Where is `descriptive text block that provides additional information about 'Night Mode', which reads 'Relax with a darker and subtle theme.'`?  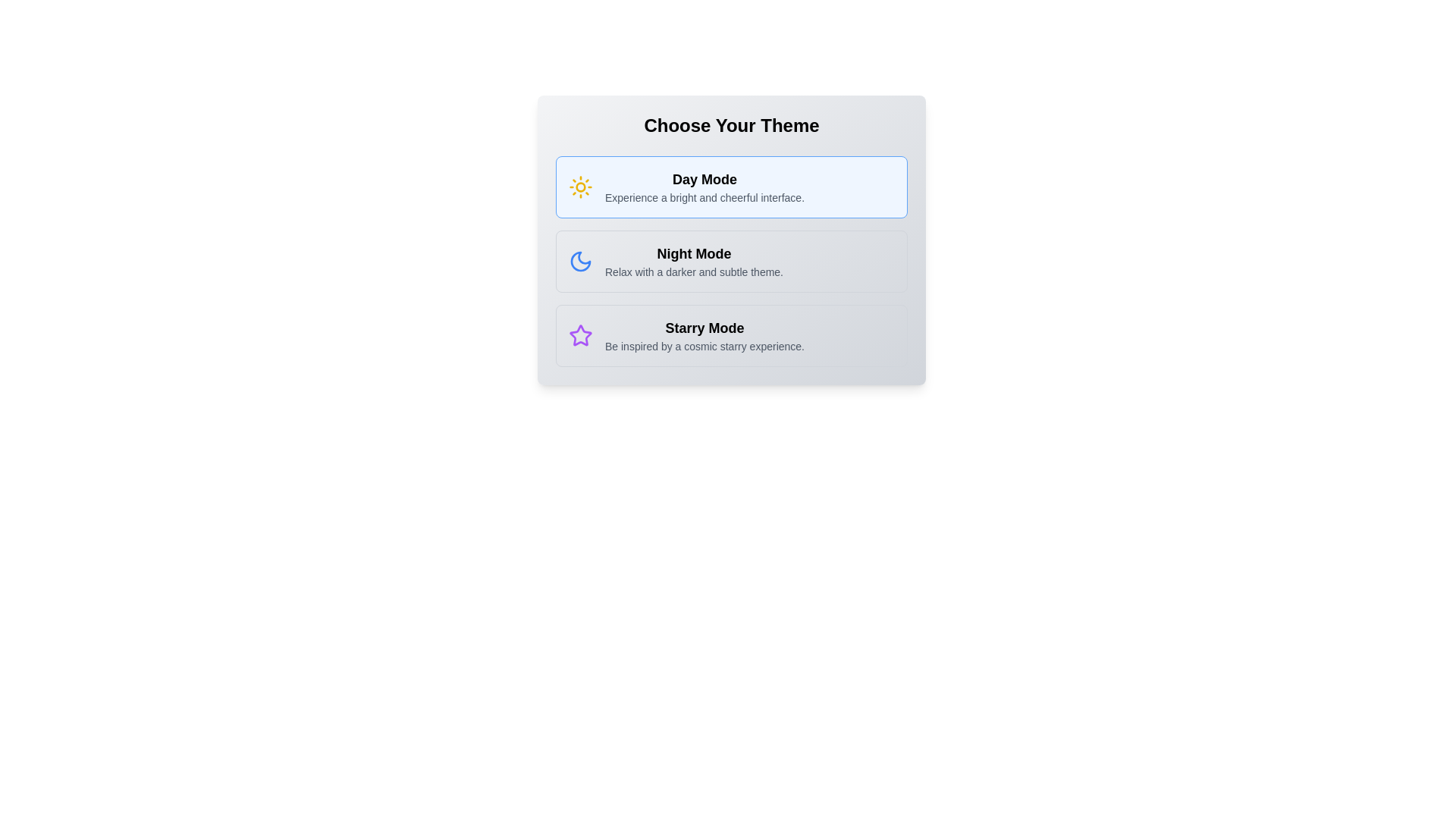
descriptive text block that provides additional information about 'Night Mode', which reads 'Relax with a darker and subtle theme.' is located at coordinates (693, 271).